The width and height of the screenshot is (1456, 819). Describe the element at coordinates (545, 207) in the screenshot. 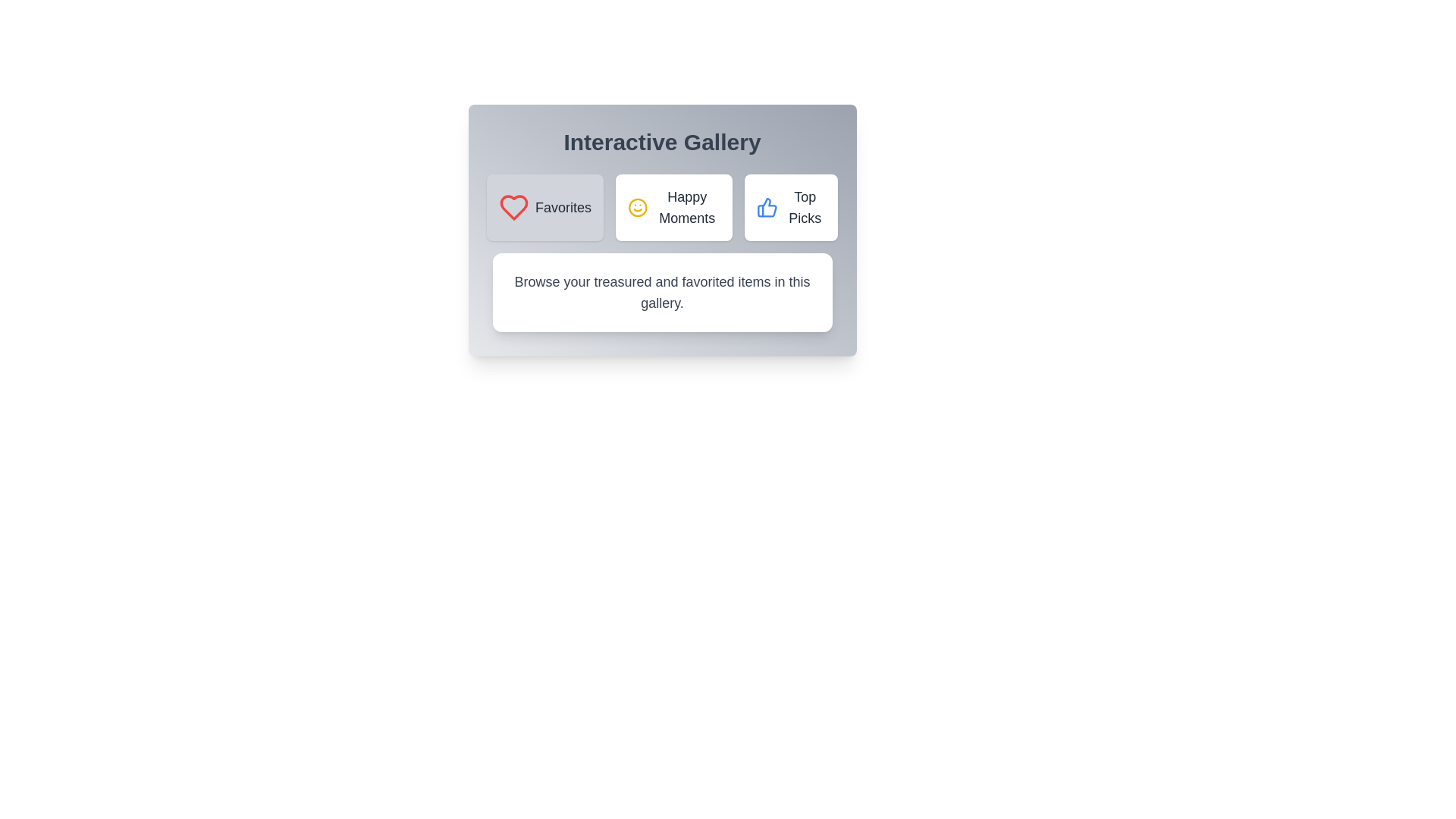

I see `the Favorites category by clicking the respective button` at that location.